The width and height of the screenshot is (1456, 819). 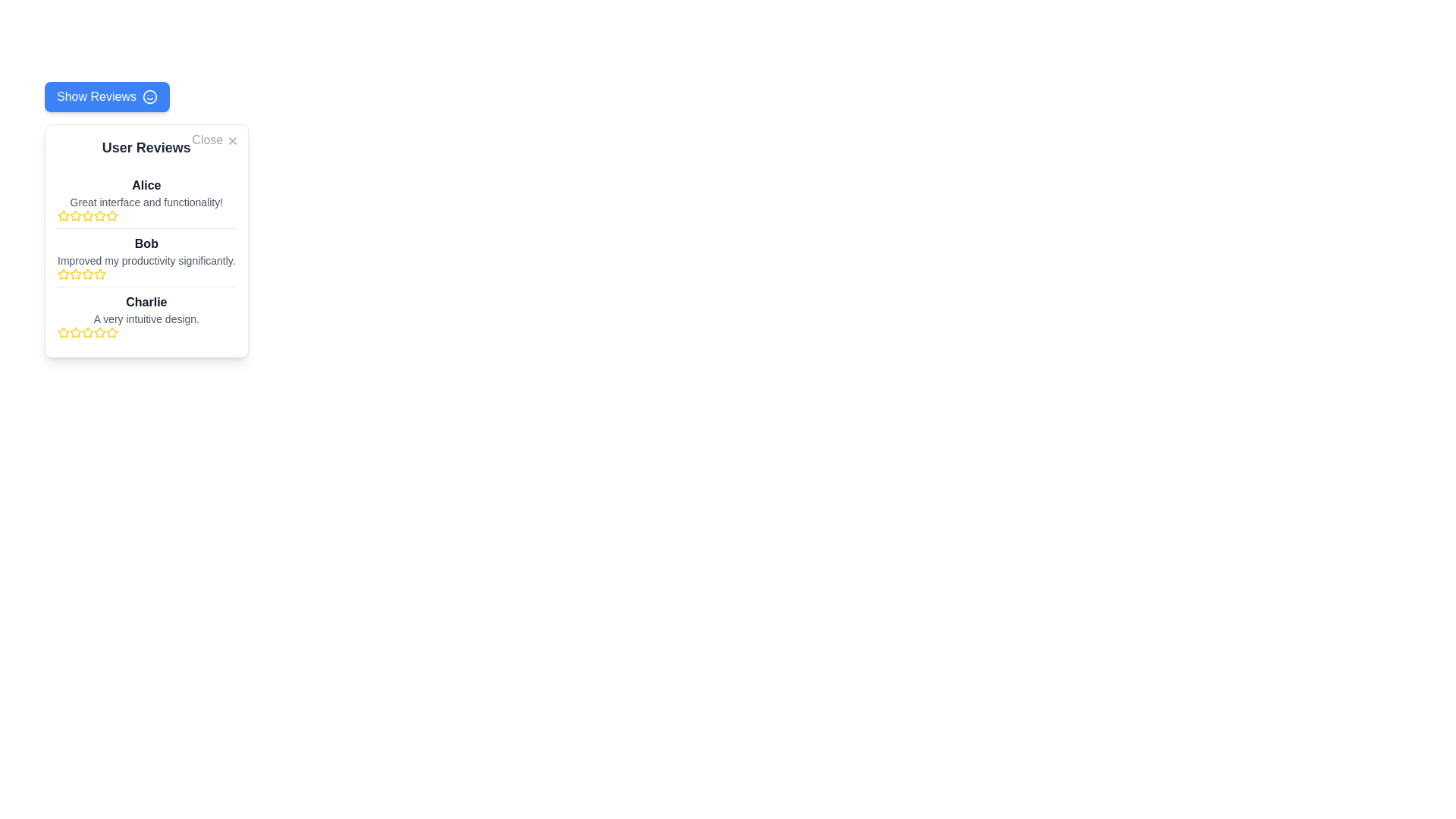 I want to click on the second star-shaped icon with a yellow outline in Bob's review rating, which is positioned in the second row of ratings within the review card layout, so click(x=86, y=274).